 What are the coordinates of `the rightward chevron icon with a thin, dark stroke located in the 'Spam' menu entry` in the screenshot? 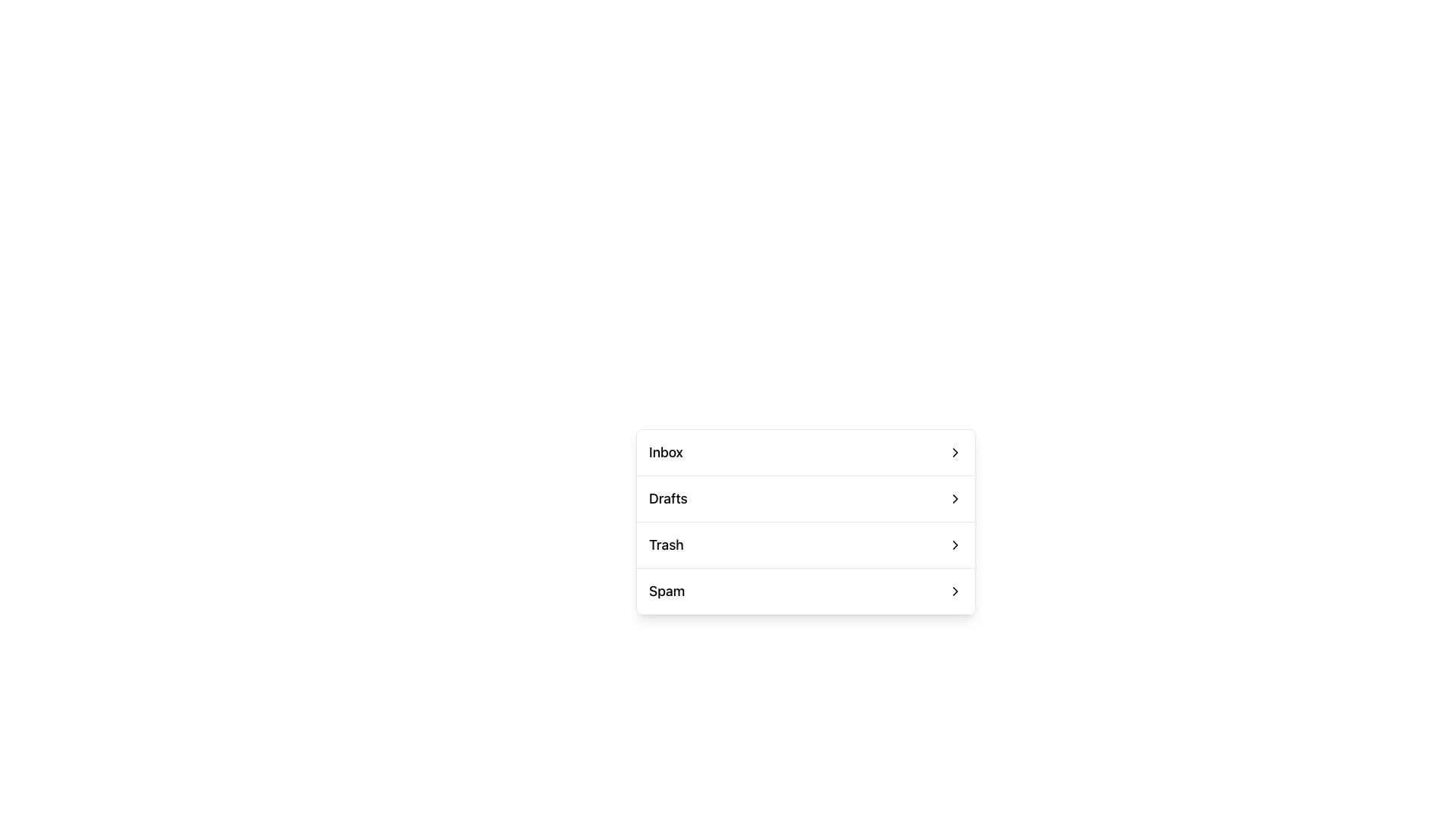 It's located at (954, 590).